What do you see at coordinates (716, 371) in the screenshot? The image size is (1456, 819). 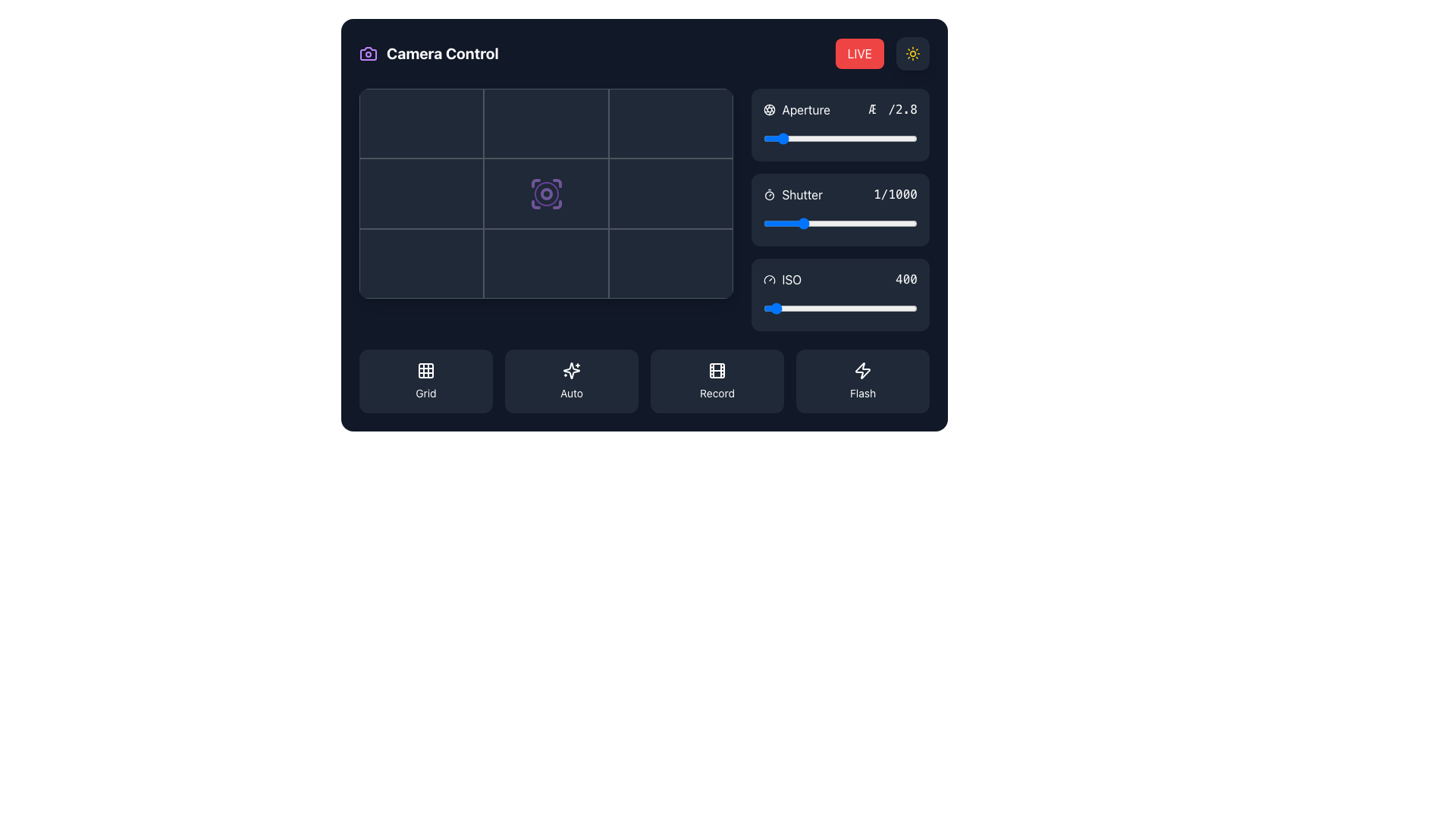 I see `the central rectangular component of the film reel icon, which is a decorative graphical icon representing an aperture or film component` at bounding box center [716, 371].